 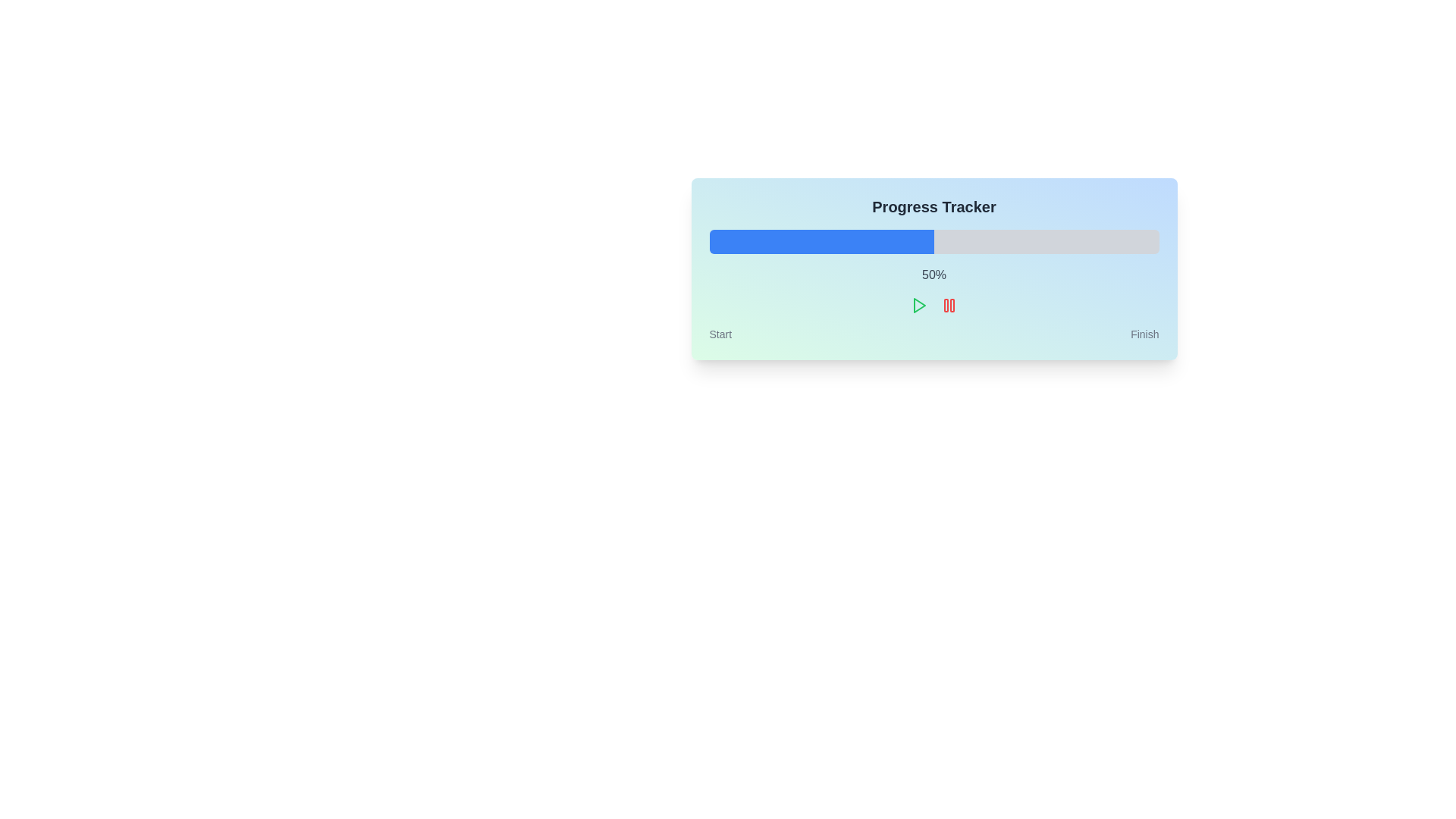 What do you see at coordinates (946, 305) in the screenshot?
I see `the left vertical segment of the pause button` at bounding box center [946, 305].